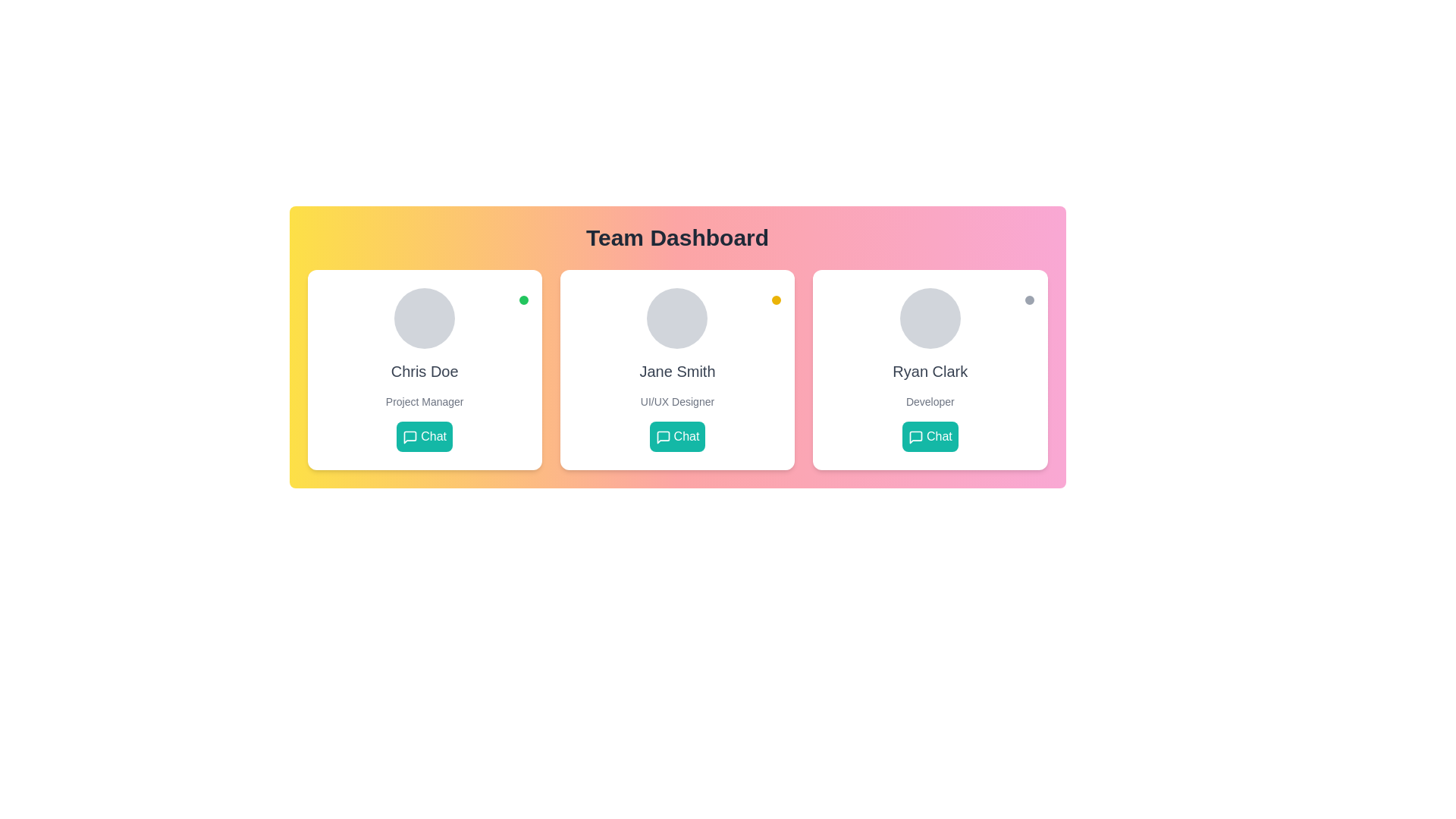  What do you see at coordinates (676, 371) in the screenshot?
I see `text displayed in the text label within the profile card for 'Jane Smith', which is horizontally centered beneath the circular avatar and above the label 'UI/UX Designer'` at bounding box center [676, 371].